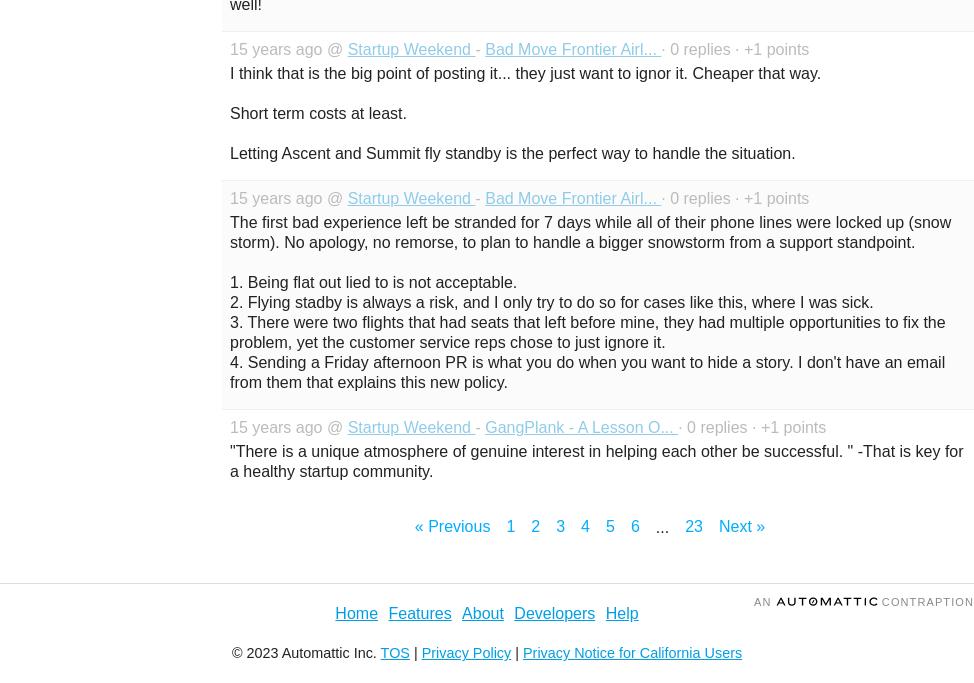 Image resolution: width=974 pixels, height=683 pixels. Describe the element at coordinates (924, 601) in the screenshot. I see `'Contraption'` at that location.